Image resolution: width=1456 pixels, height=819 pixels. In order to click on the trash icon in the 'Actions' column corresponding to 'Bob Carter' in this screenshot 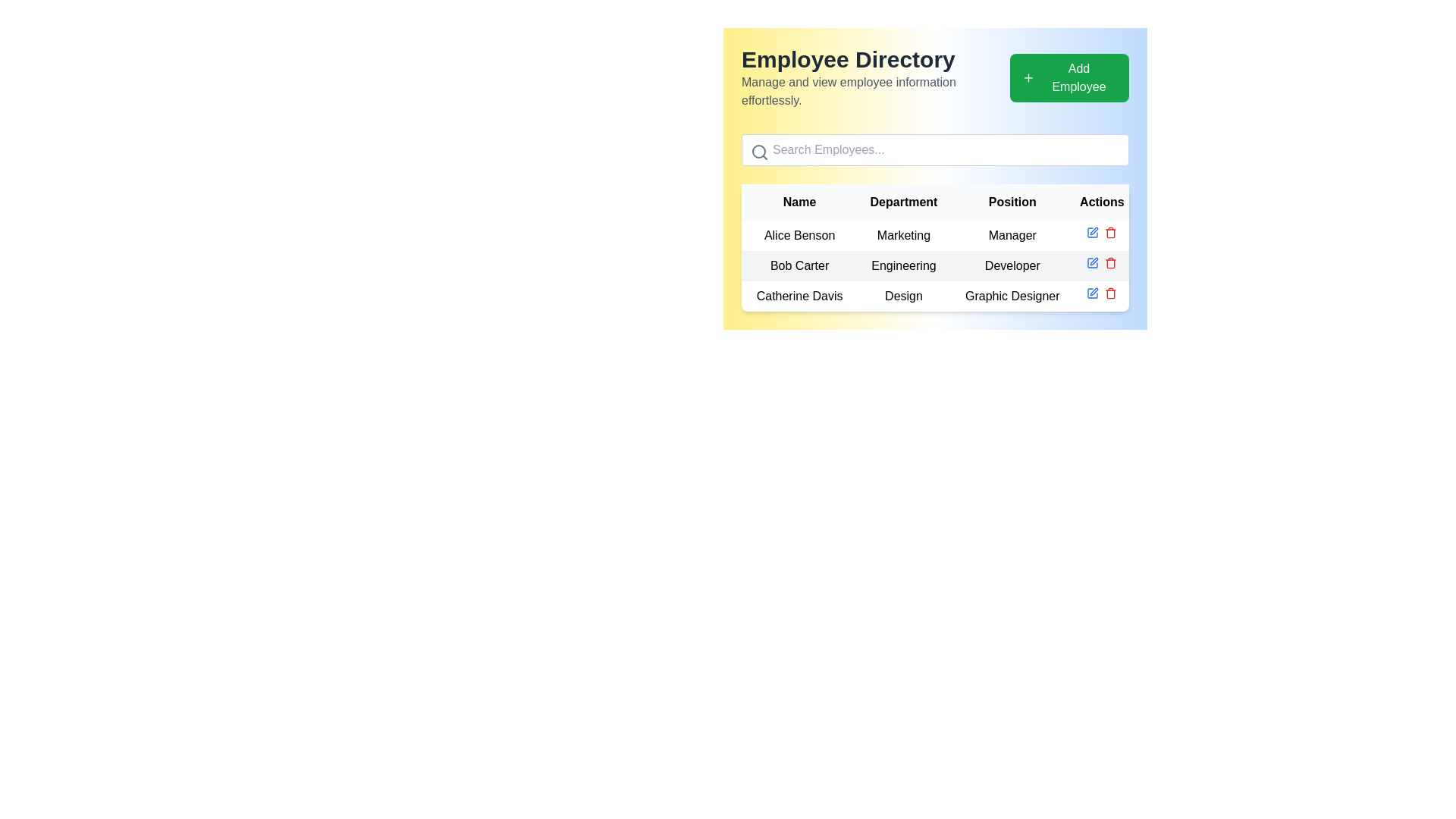, I will do `click(1111, 263)`.